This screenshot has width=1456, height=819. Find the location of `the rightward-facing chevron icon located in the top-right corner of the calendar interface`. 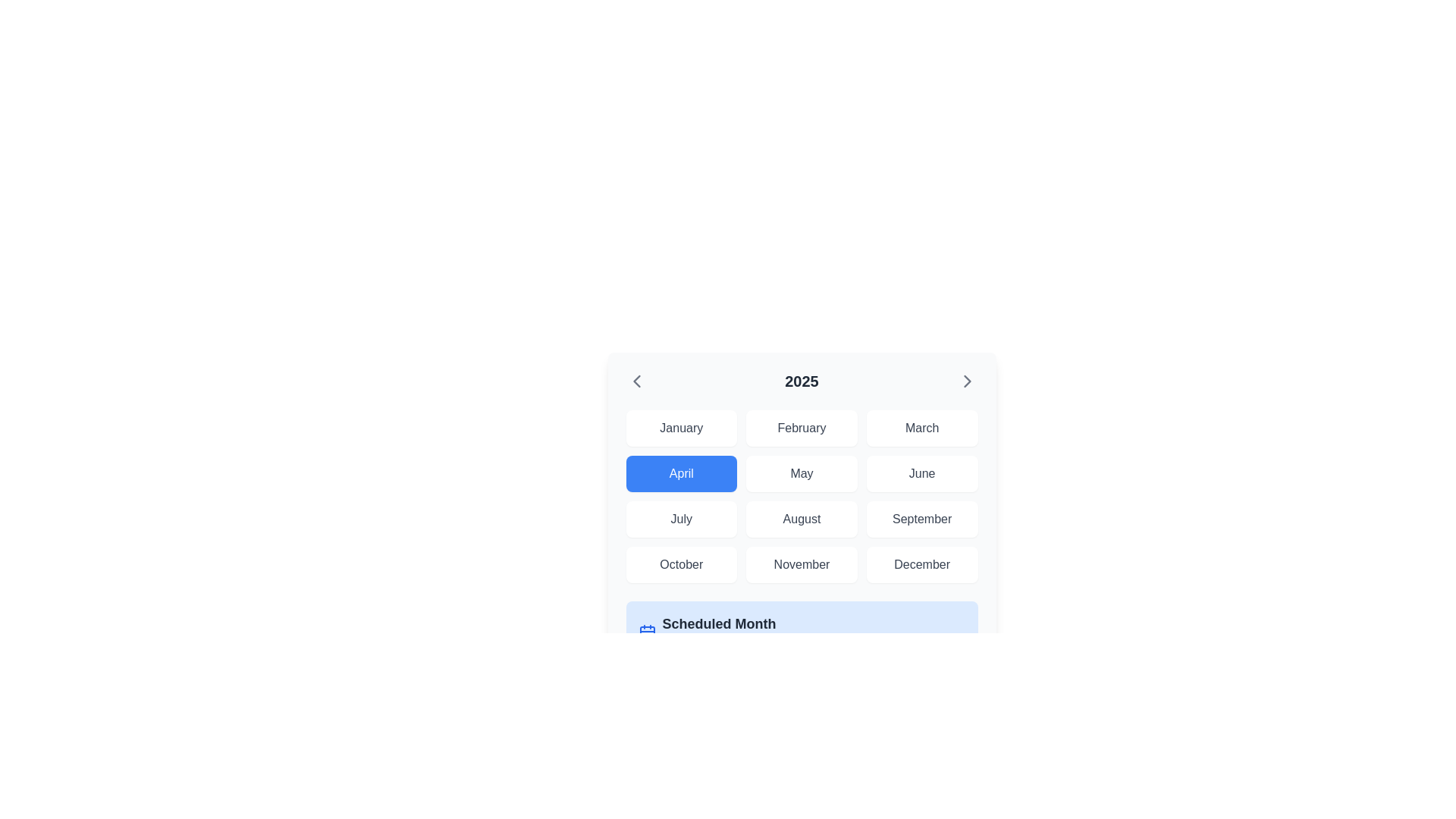

the rightward-facing chevron icon located in the top-right corner of the calendar interface is located at coordinates (966, 380).